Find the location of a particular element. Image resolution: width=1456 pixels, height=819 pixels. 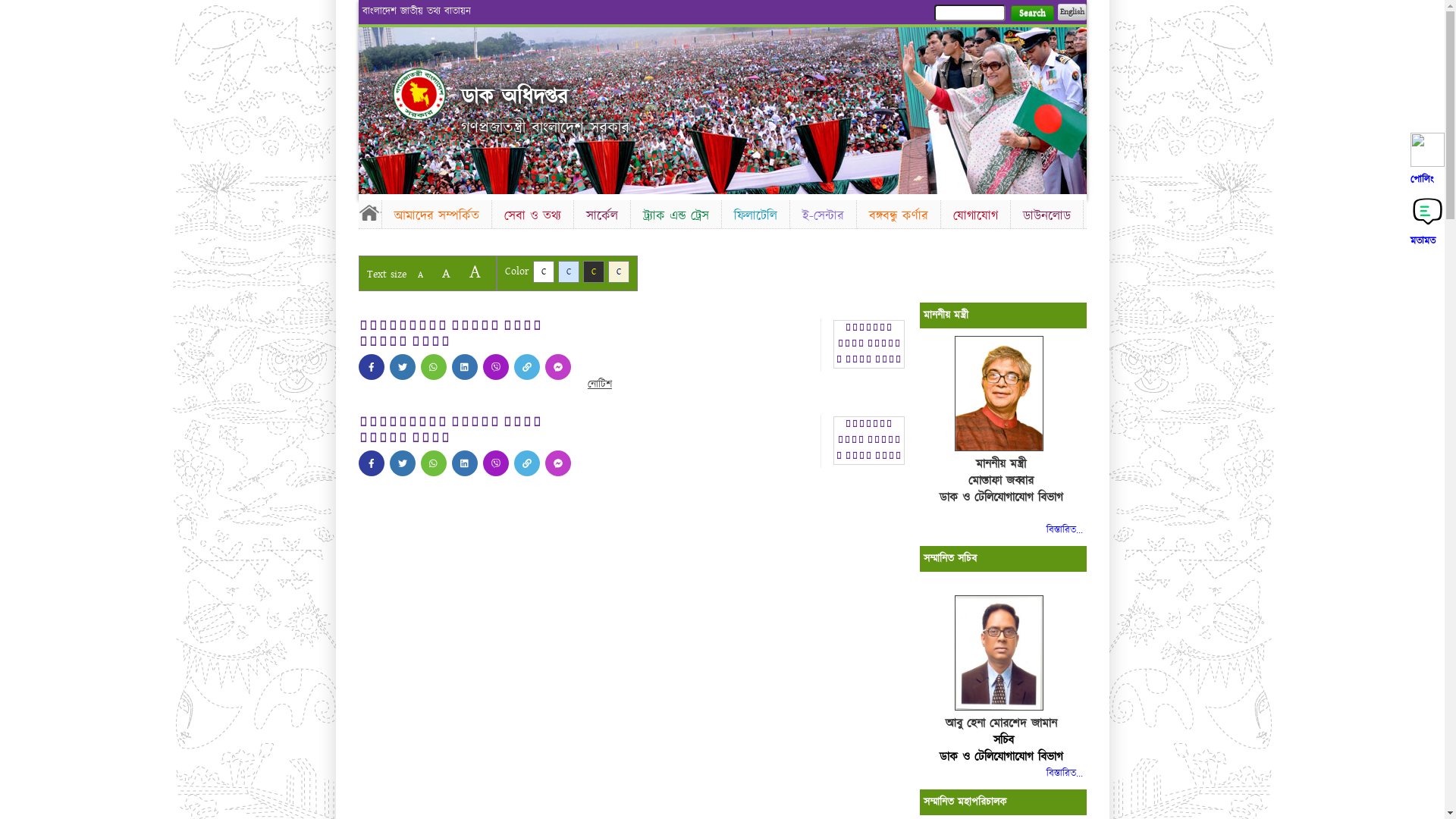

'Home' is located at coordinates (369, 212).